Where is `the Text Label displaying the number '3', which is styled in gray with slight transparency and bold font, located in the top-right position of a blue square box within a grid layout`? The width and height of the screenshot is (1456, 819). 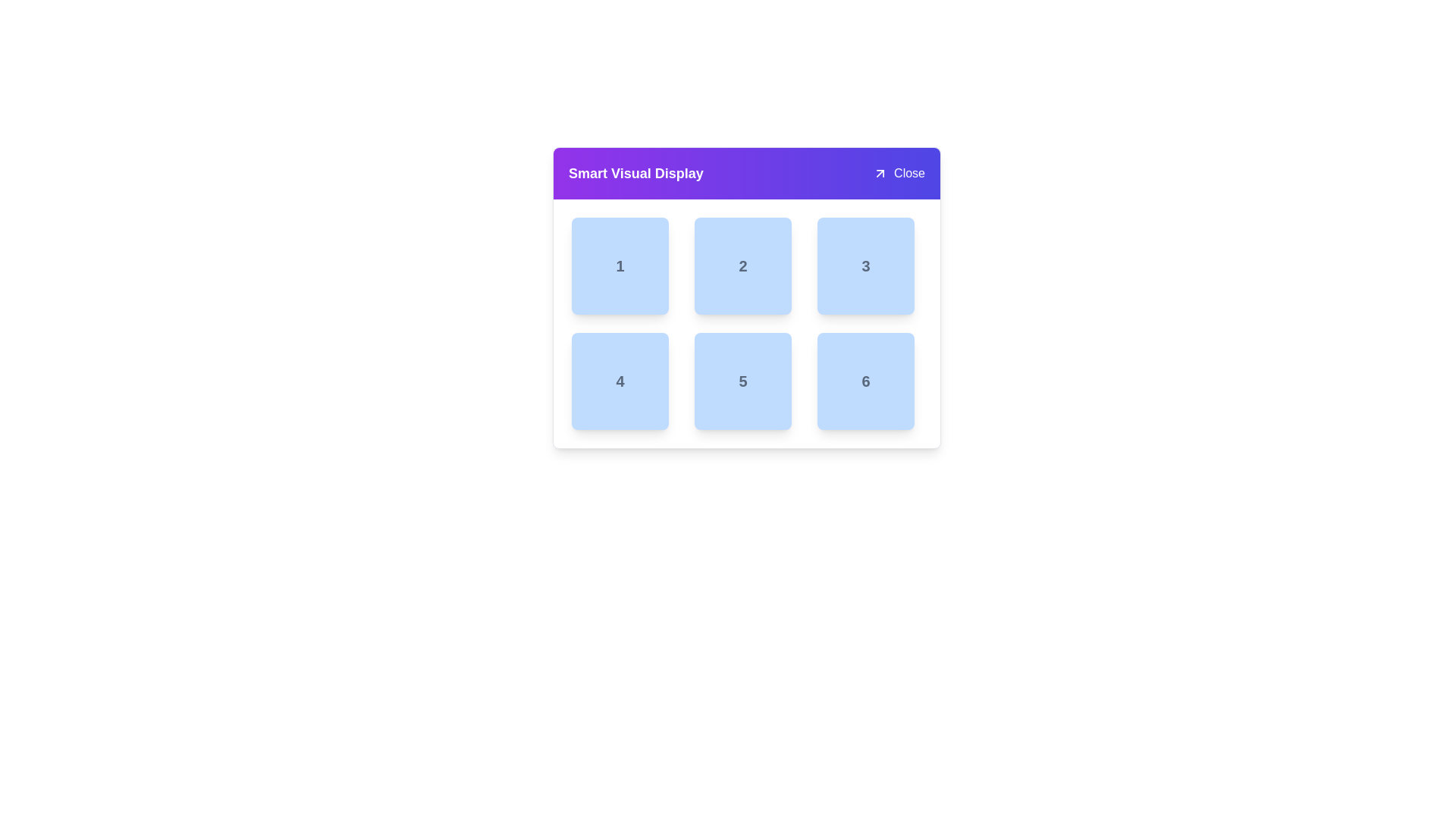 the Text Label displaying the number '3', which is styled in gray with slight transparency and bold font, located in the top-right position of a blue square box within a grid layout is located at coordinates (866, 265).